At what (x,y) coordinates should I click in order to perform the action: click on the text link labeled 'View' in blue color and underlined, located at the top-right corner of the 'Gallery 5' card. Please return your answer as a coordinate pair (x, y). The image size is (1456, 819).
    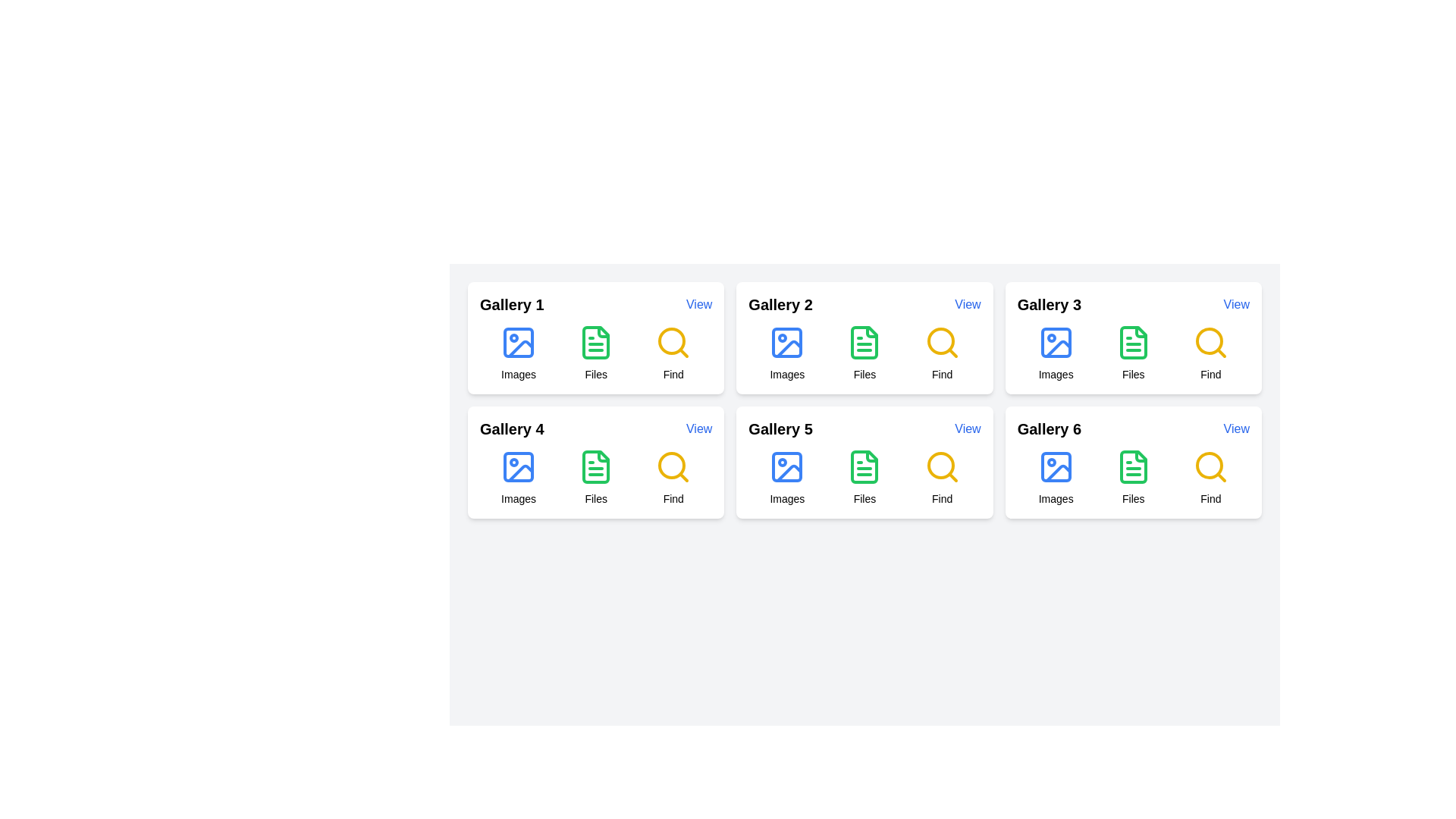
    Looking at the image, I should click on (967, 429).